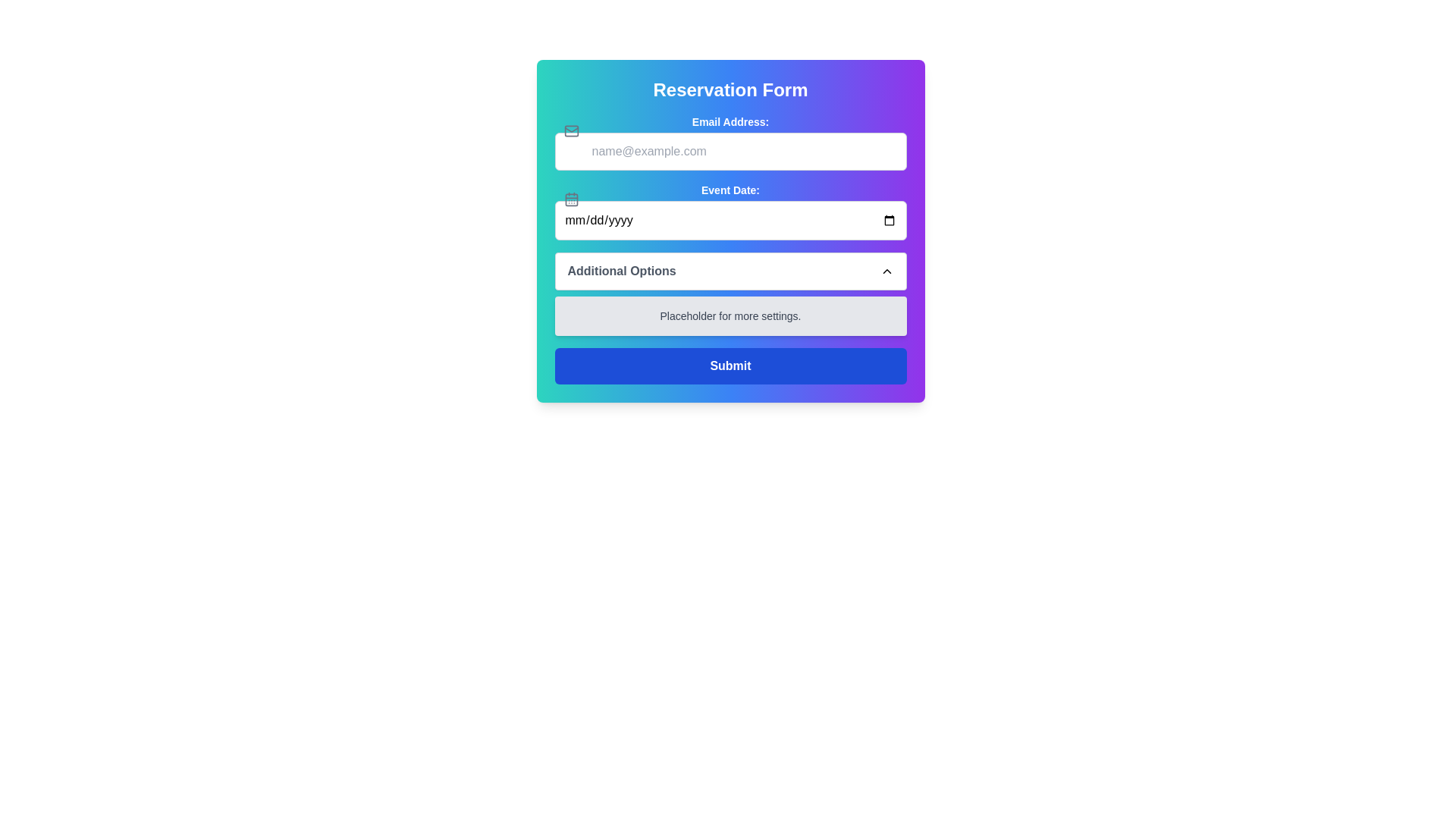  I want to click on the 'Submit' button with a blue background, so click(730, 366).